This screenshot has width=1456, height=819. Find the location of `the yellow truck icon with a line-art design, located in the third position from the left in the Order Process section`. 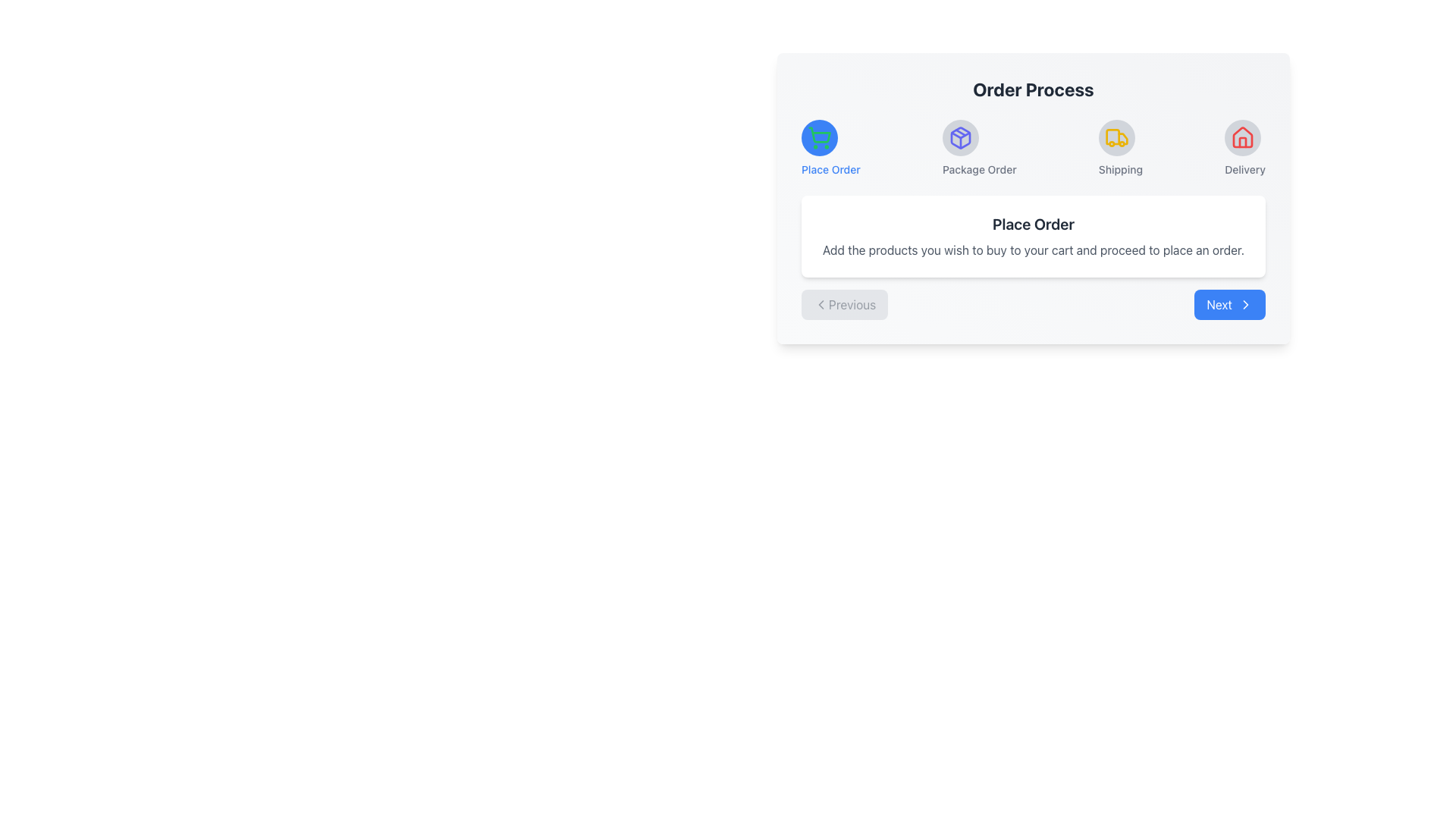

the yellow truck icon with a line-art design, located in the third position from the left in the Order Process section is located at coordinates (1116, 137).